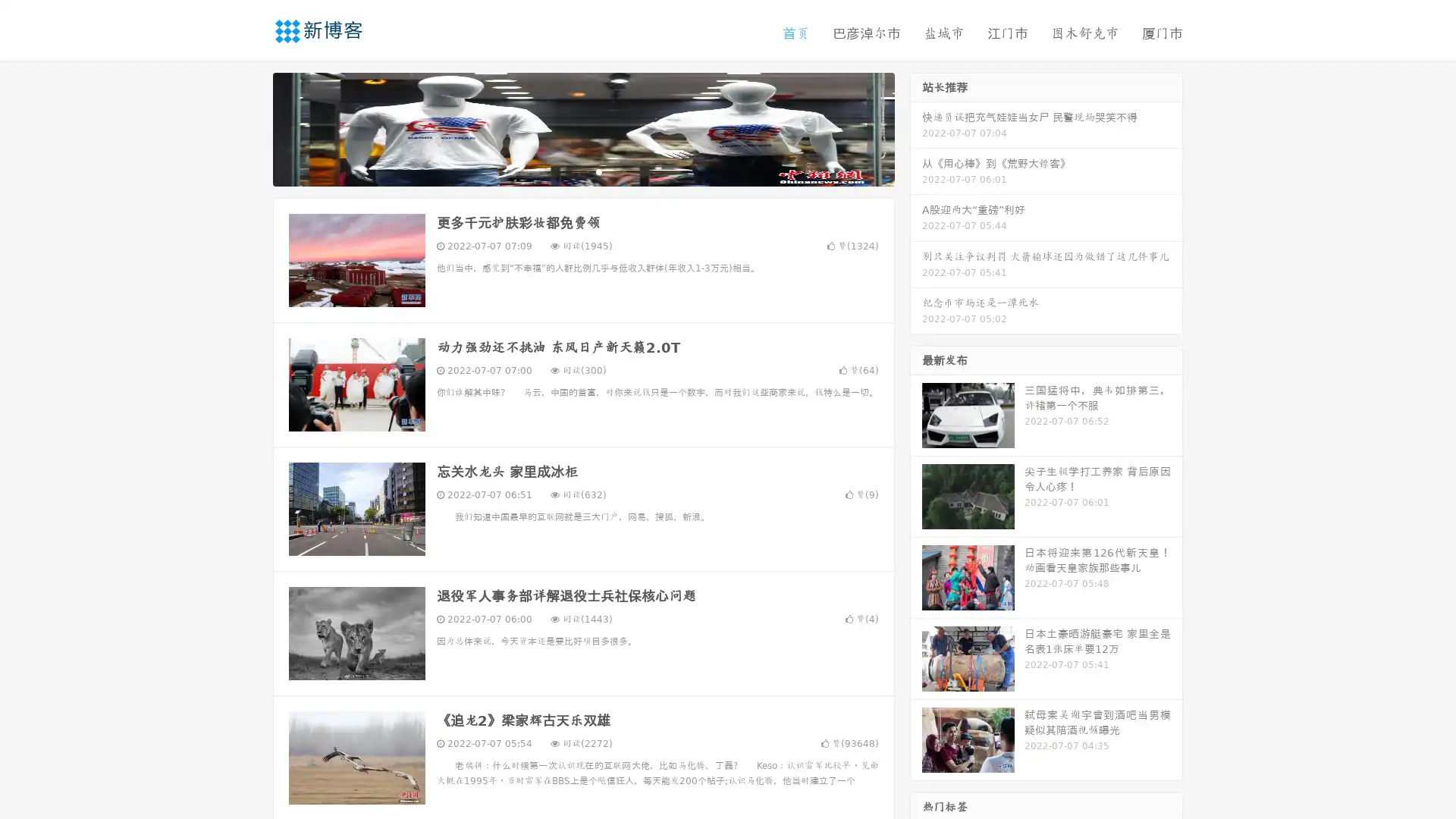  I want to click on Go to slide 2, so click(582, 171).